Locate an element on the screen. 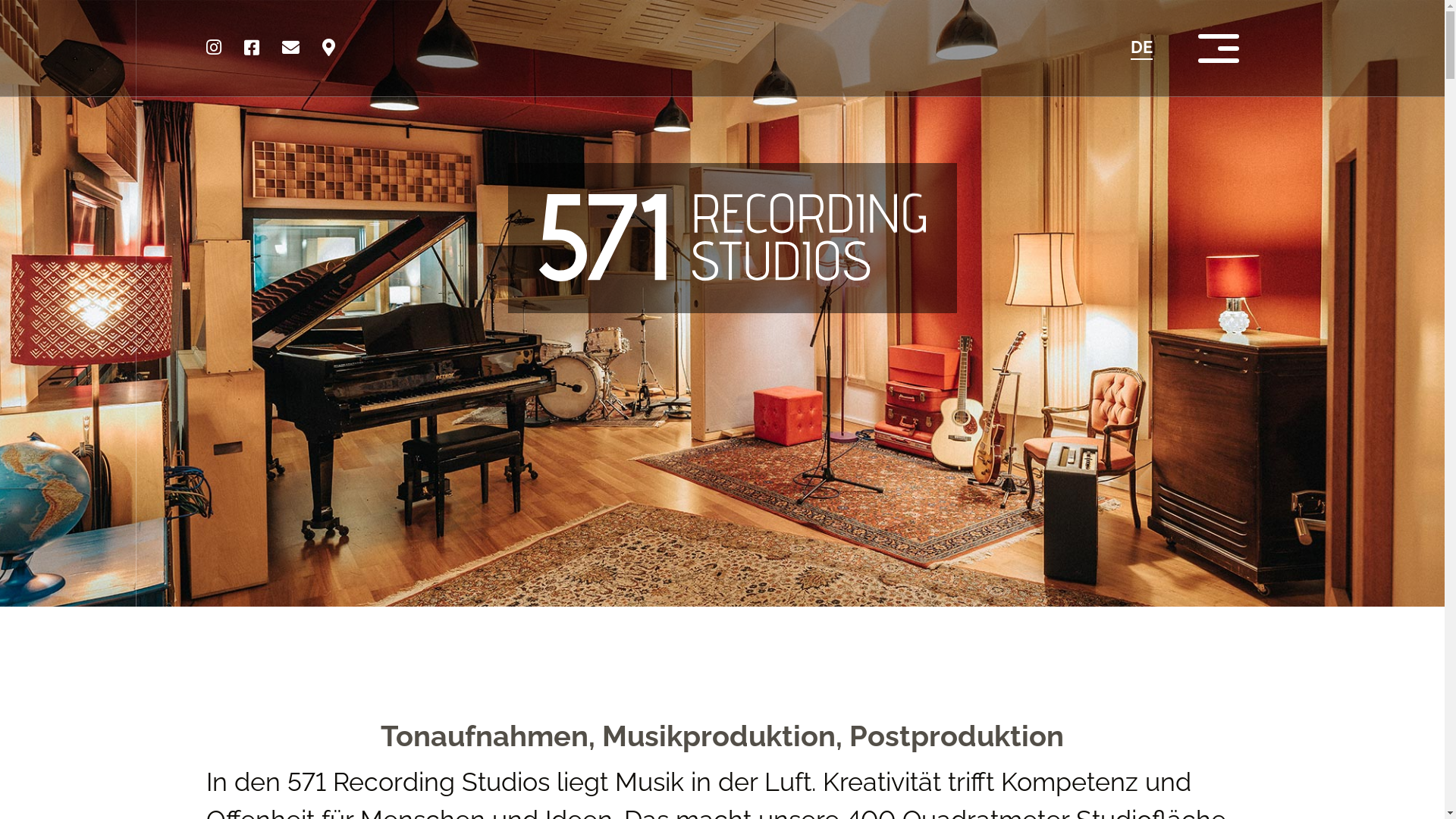 The height and width of the screenshot is (819, 1456). 'map' is located at coordinates (320, 47).